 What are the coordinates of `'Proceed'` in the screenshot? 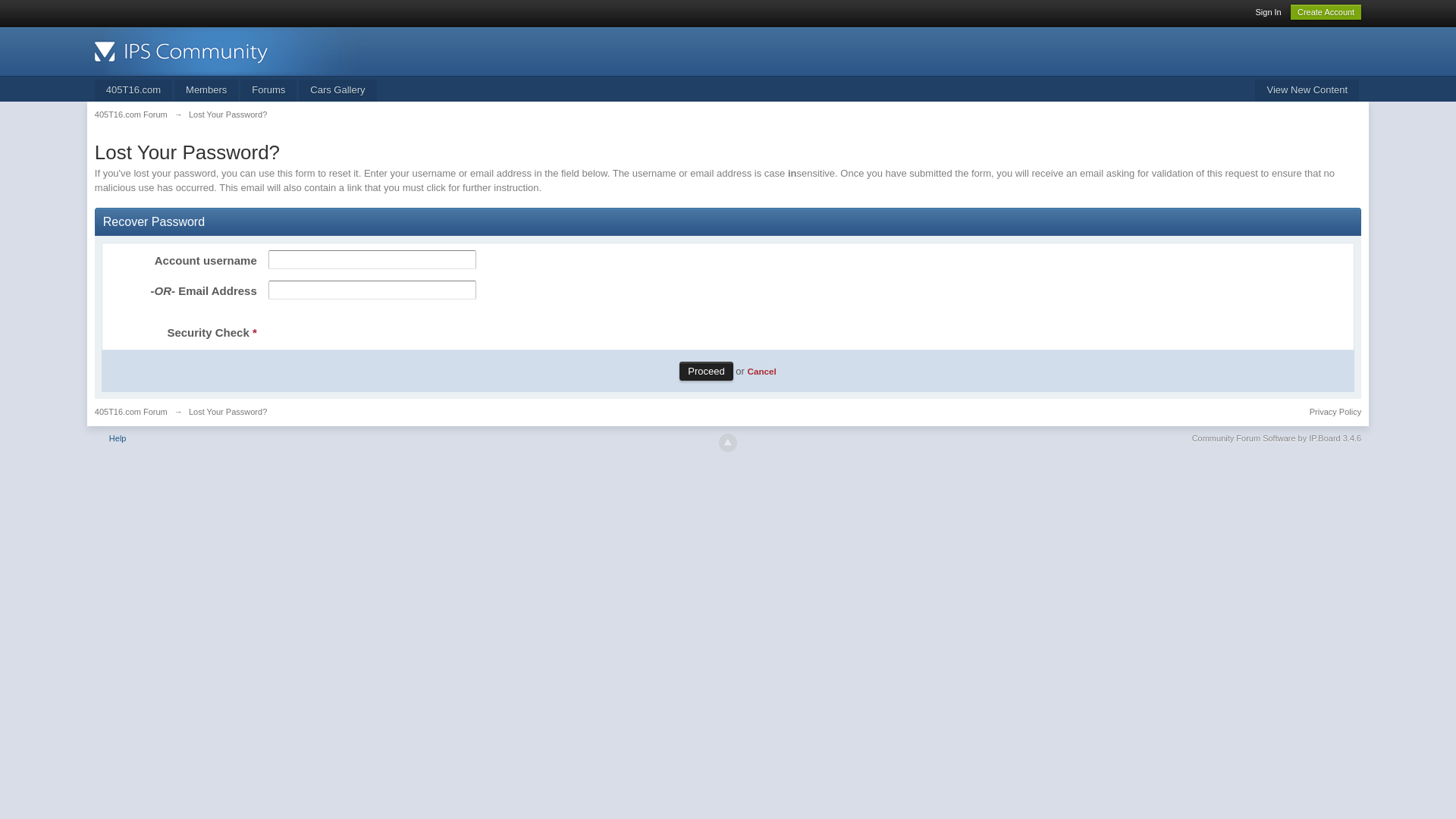 It's located at (705, 371).